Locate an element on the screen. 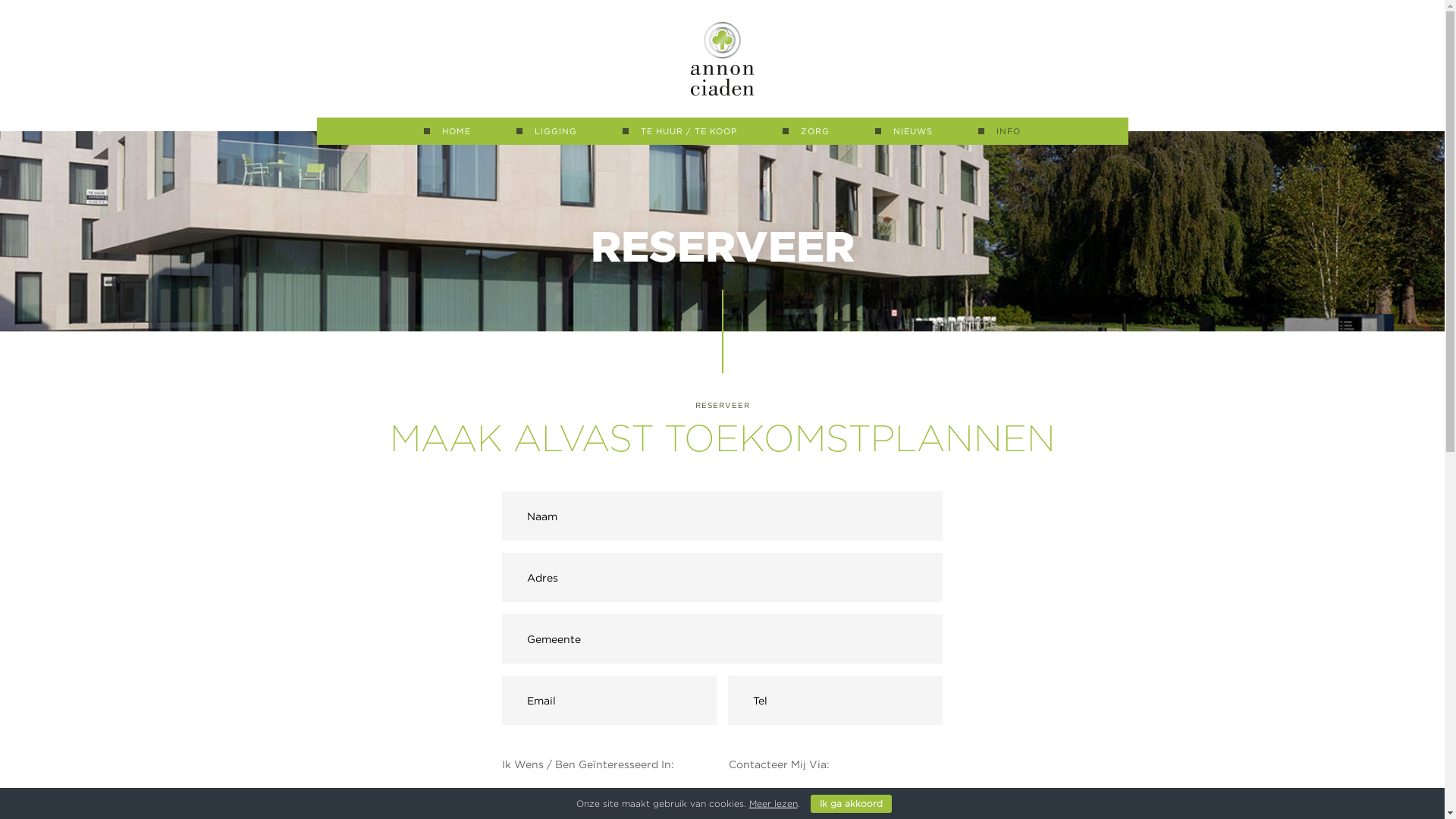  'HOME' is located at coordinates (447, 130).